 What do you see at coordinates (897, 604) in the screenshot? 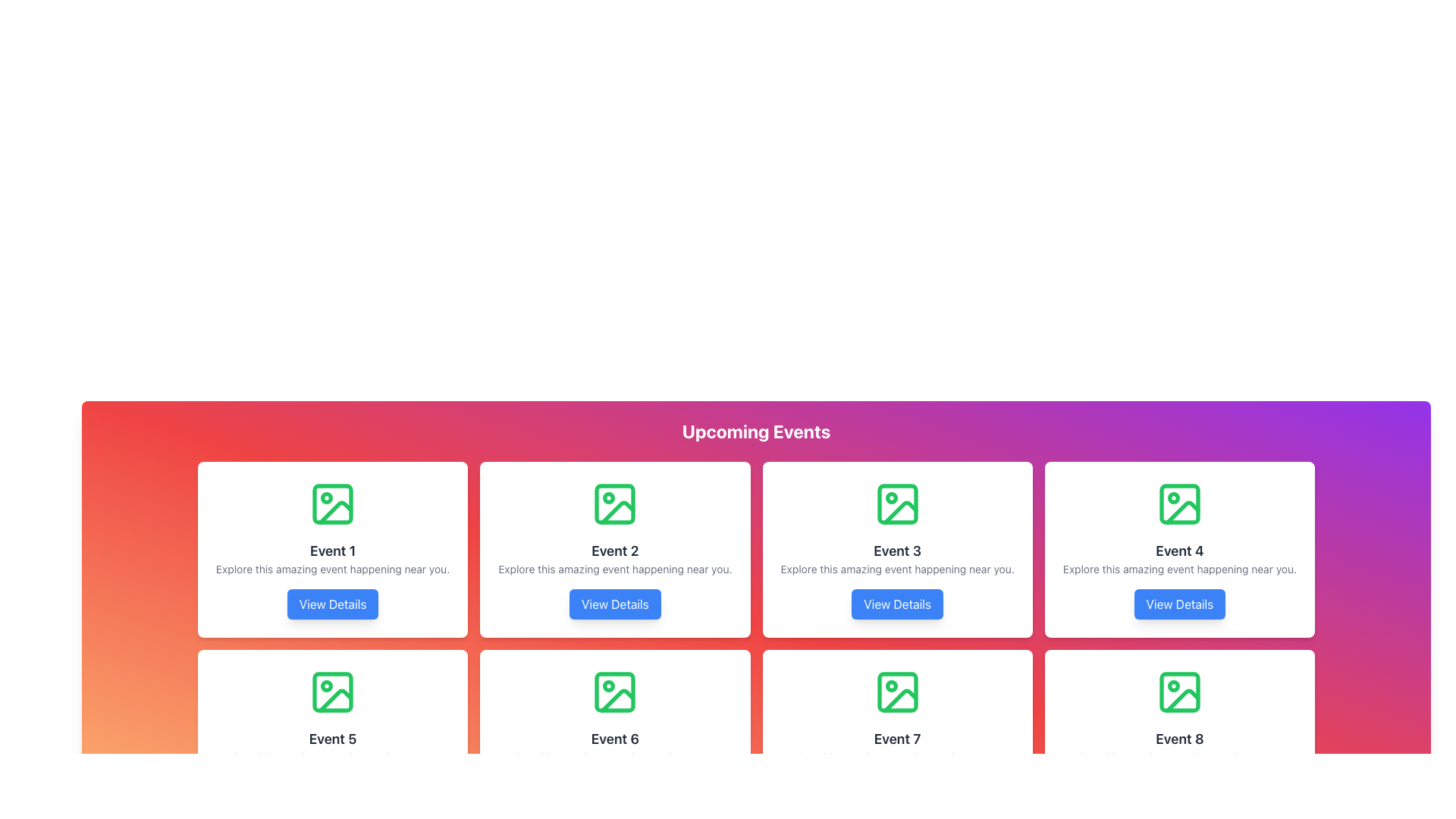
I see `the rectangular button with rounded corners that has a blue background and white text saying 'View Details' to observe the background color change` at bounding box center [897, 604].